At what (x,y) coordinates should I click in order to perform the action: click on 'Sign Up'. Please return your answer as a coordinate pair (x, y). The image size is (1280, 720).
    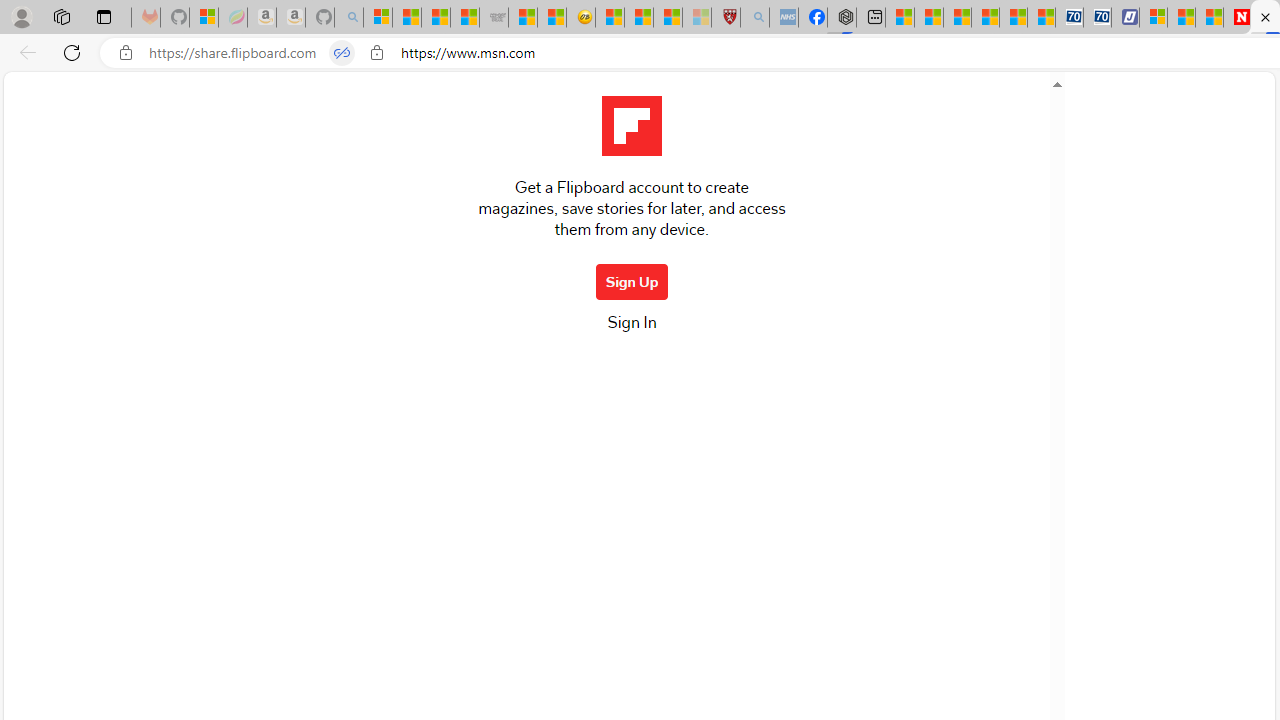
    Looking at the image, I should click on (631, 282).